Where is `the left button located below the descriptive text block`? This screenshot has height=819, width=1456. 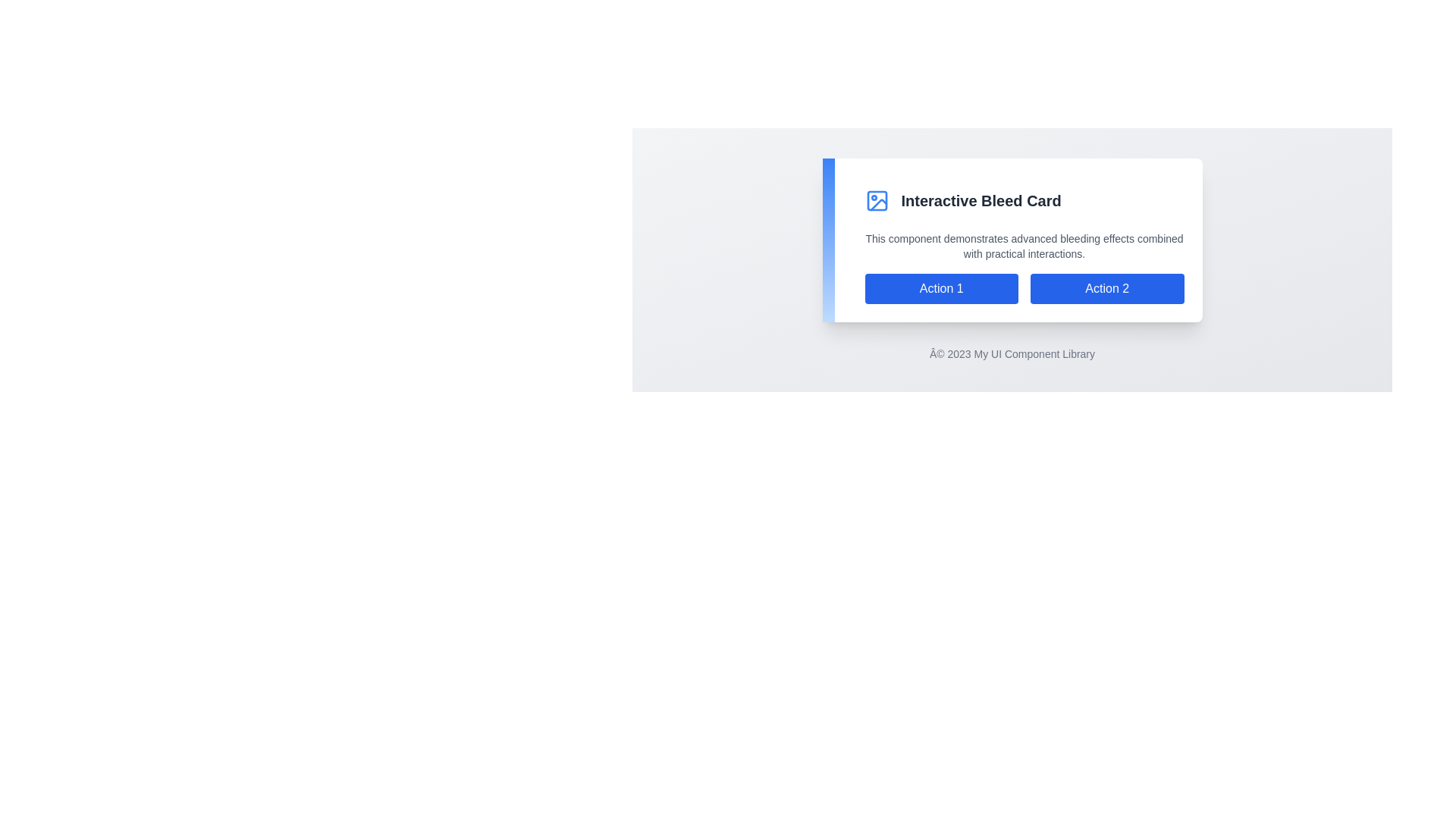
the left button located below the descriptive text block is located at coordinates (940, 289).